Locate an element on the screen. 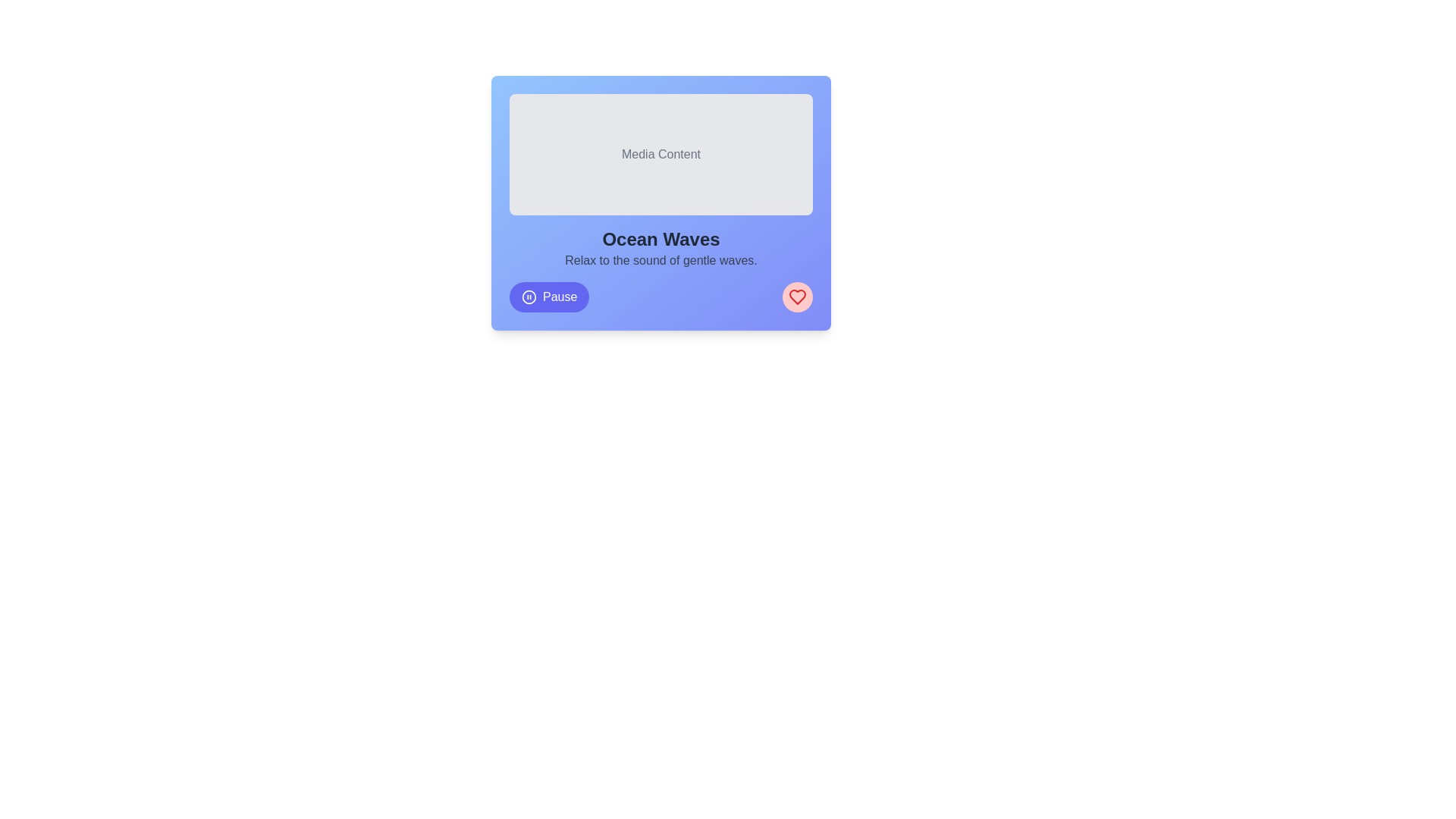  the pause button located at the lower left portion of the card titled 'Ocean Waves' is located at coordinates (548, 297).